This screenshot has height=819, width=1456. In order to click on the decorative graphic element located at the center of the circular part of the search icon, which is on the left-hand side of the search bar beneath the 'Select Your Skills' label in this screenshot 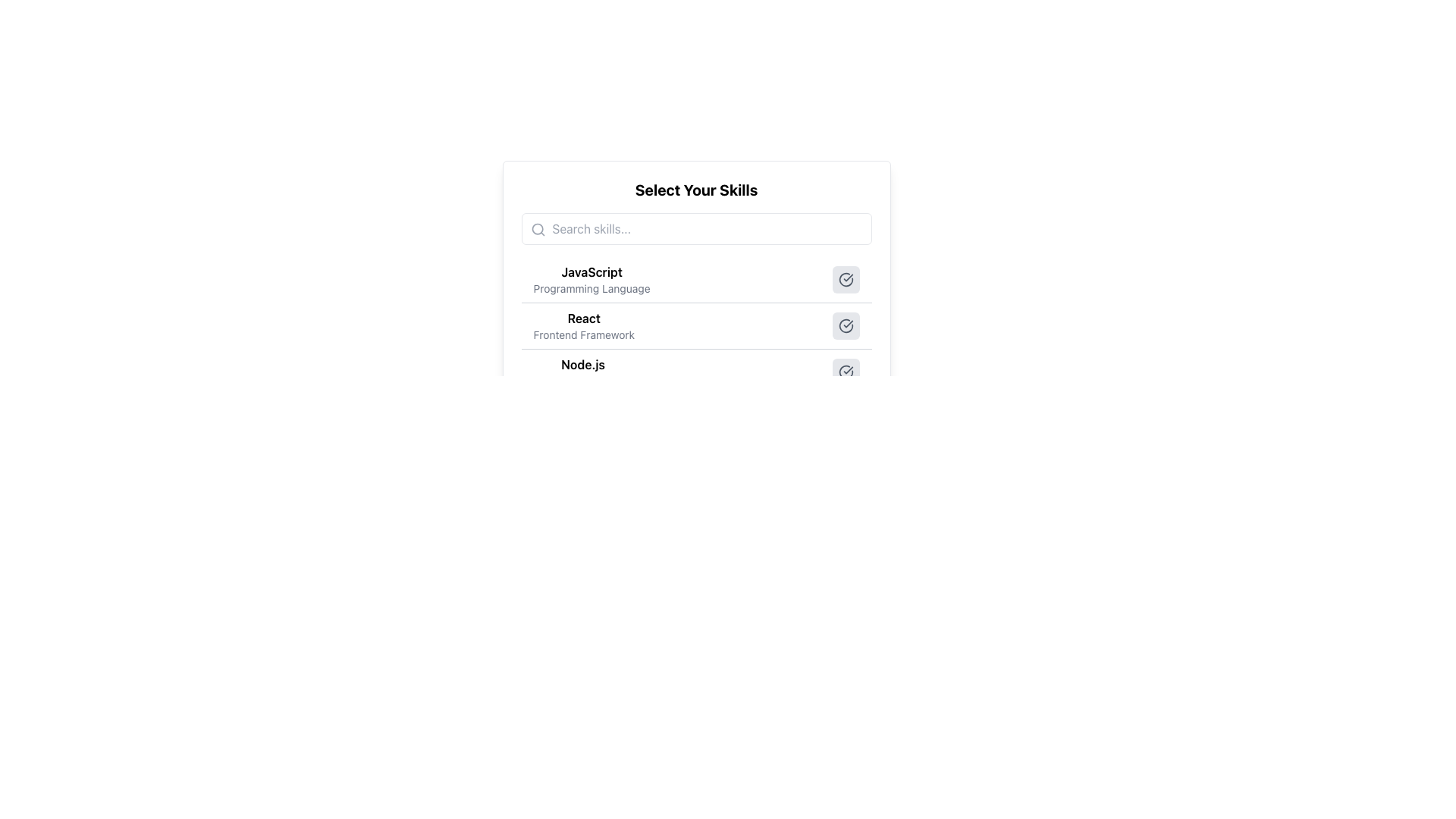, I will do `click(537, 229)`.